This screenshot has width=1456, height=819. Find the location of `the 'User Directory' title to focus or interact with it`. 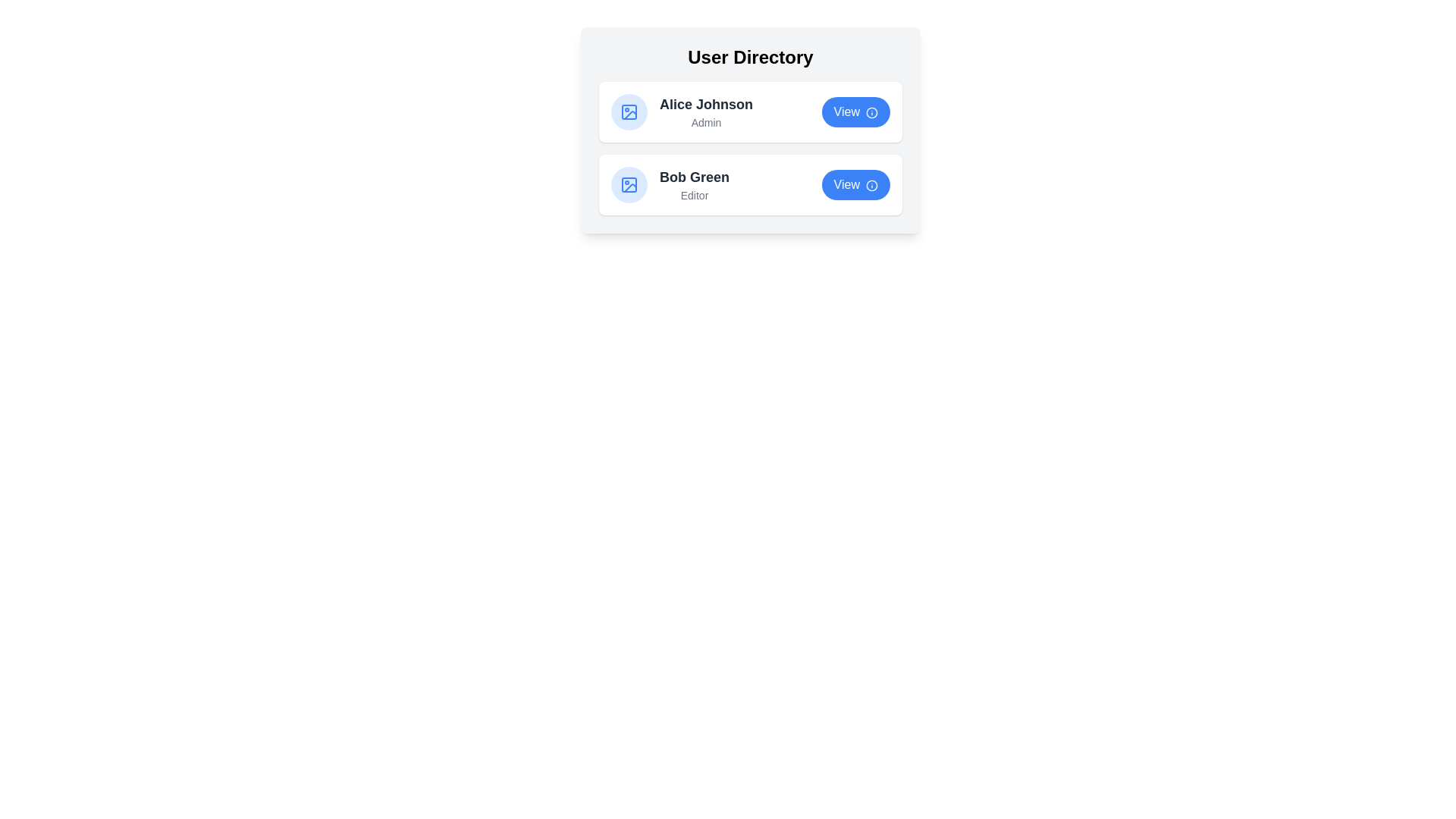

the 'User Directory' title to focus or interact with it is located at coordinates (750, 57).